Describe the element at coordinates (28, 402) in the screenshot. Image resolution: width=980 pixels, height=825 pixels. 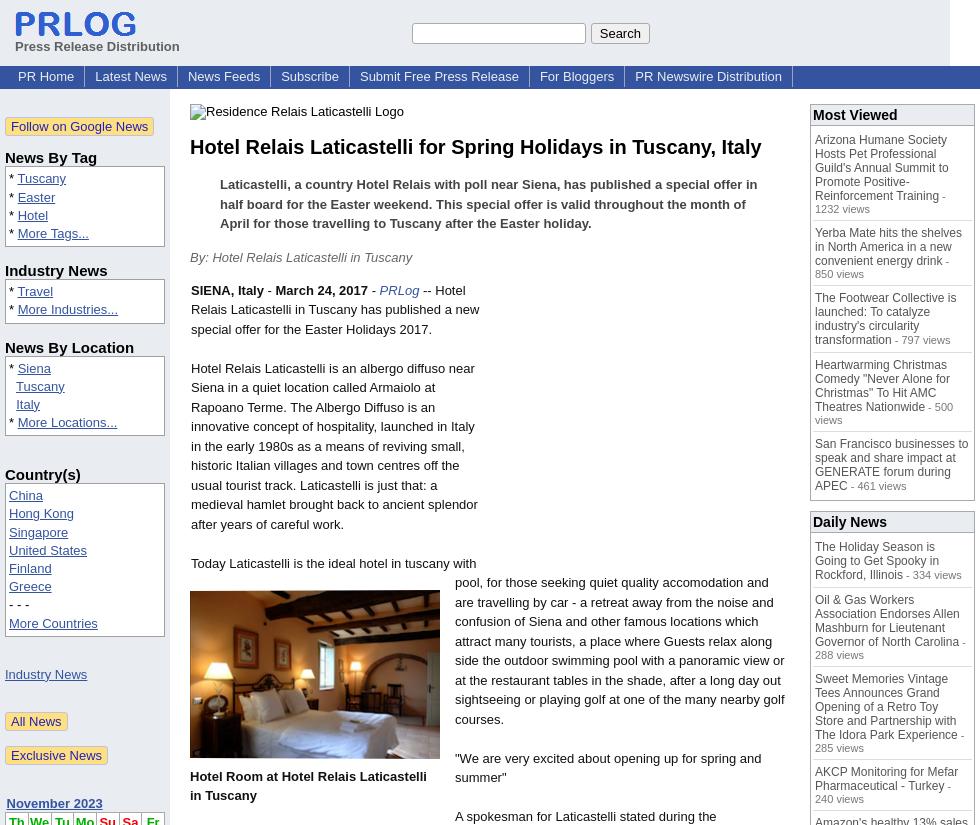
I see `'Italy'` at that location.